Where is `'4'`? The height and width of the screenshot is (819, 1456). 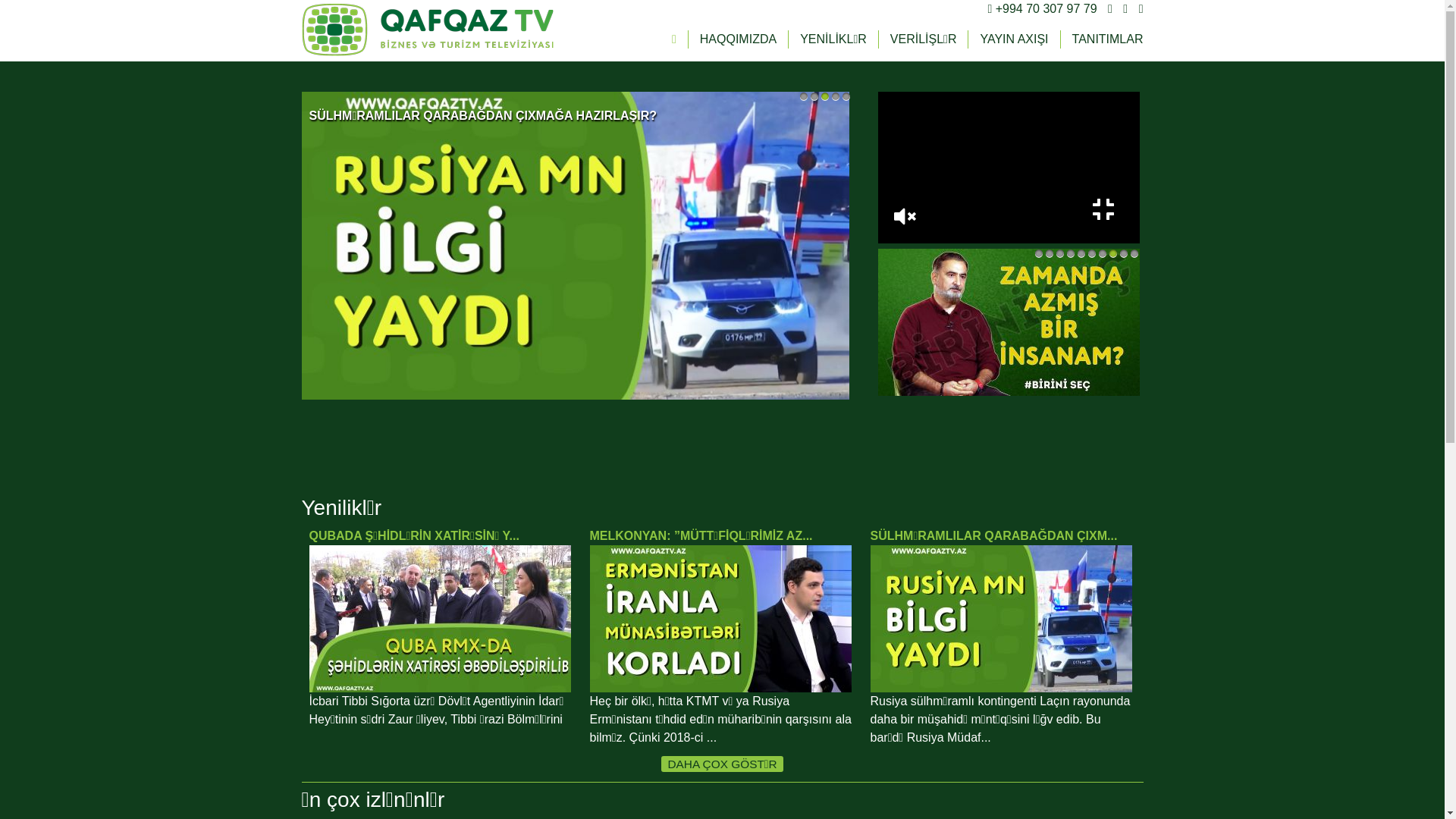
'4' is located at coordinates (835, 96).